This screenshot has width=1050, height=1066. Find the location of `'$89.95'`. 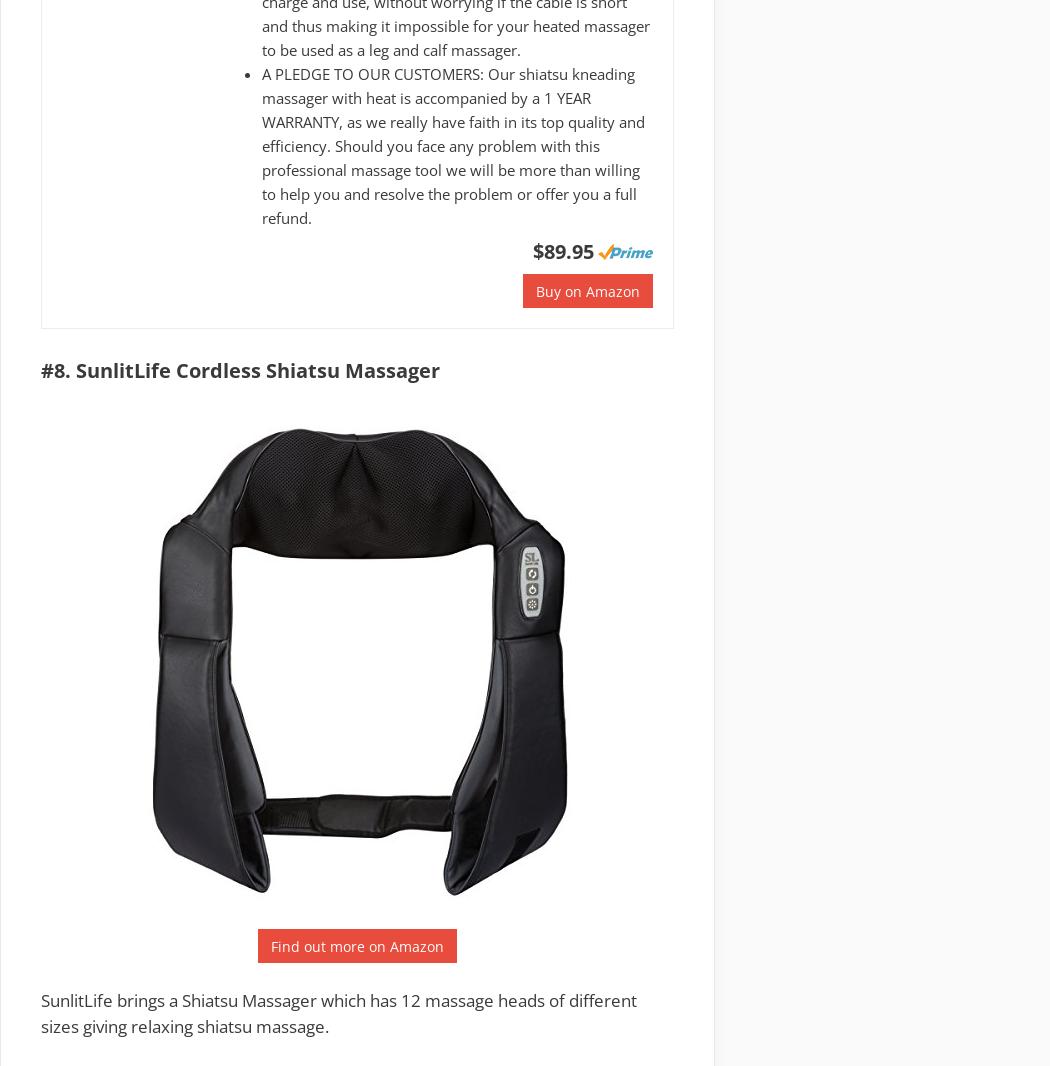

'$89.95' is located at coordinates (562, 250).